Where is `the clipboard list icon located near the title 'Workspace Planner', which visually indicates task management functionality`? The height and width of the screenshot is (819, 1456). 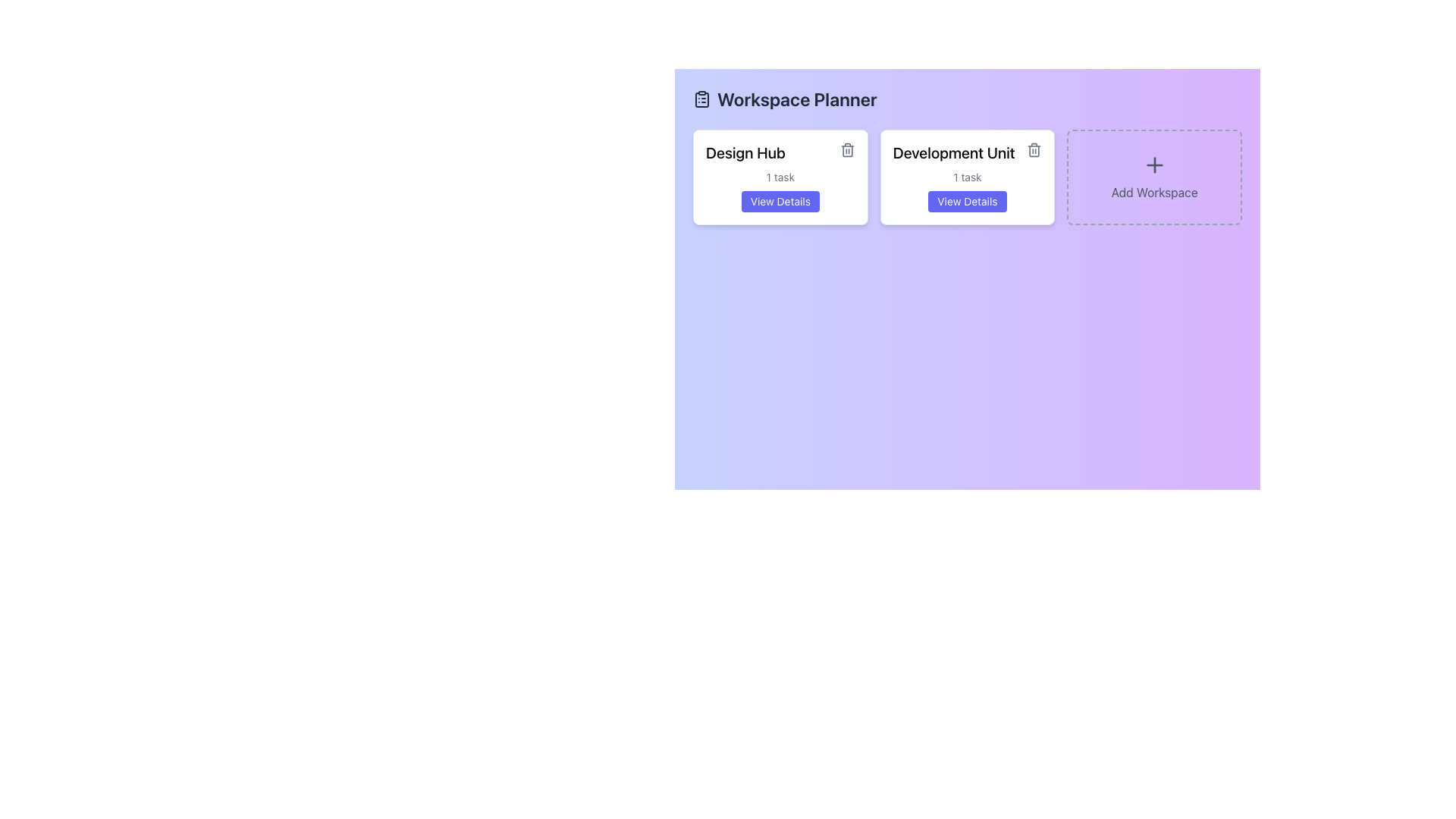 the clipboard list icon located near the title 'Workspace Planner', which visually indicates task management functionality is located at coordinates (701, 99).